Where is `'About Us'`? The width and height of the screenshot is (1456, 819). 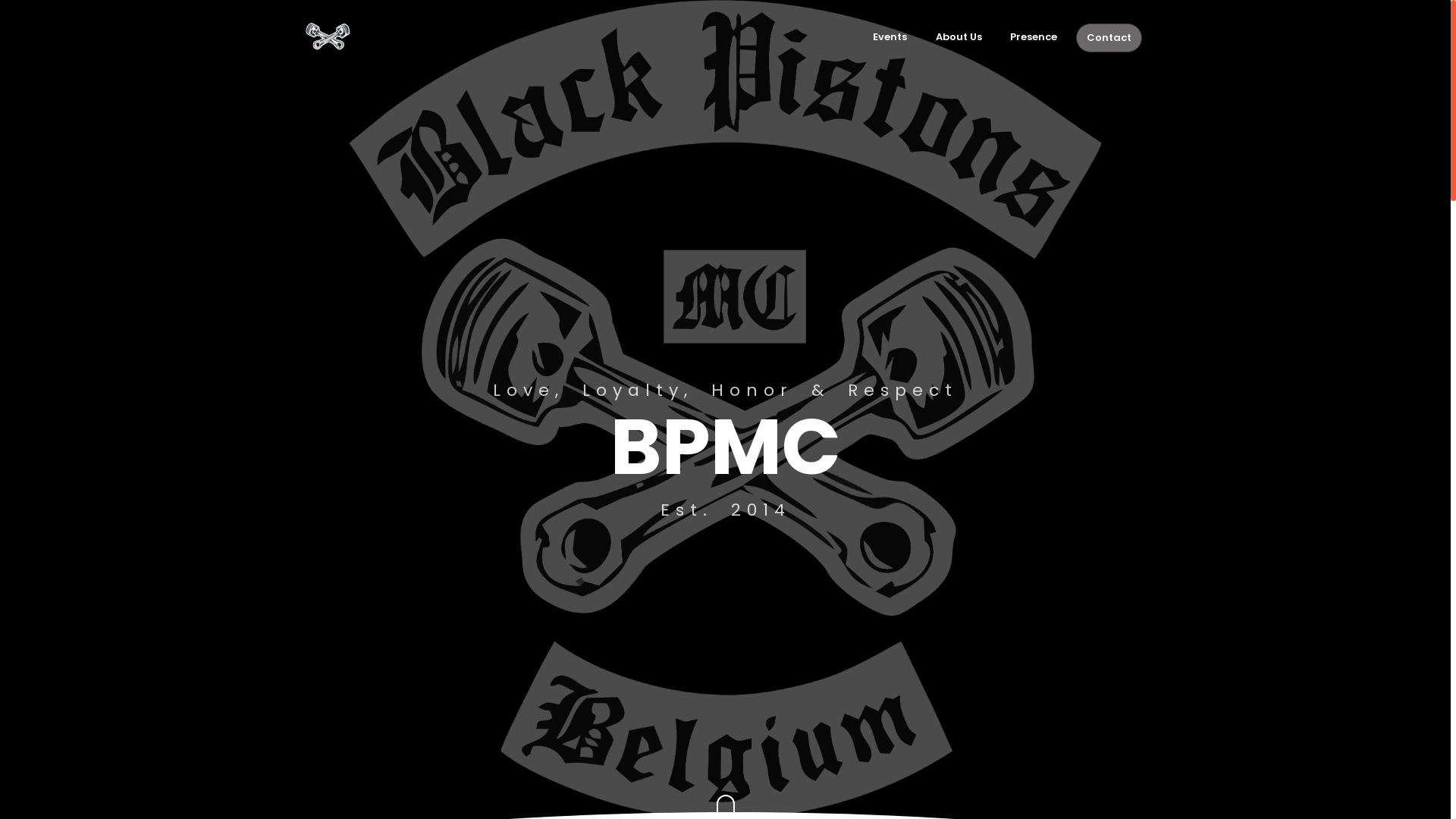 'About Us' is located at coordinates (958, 36).